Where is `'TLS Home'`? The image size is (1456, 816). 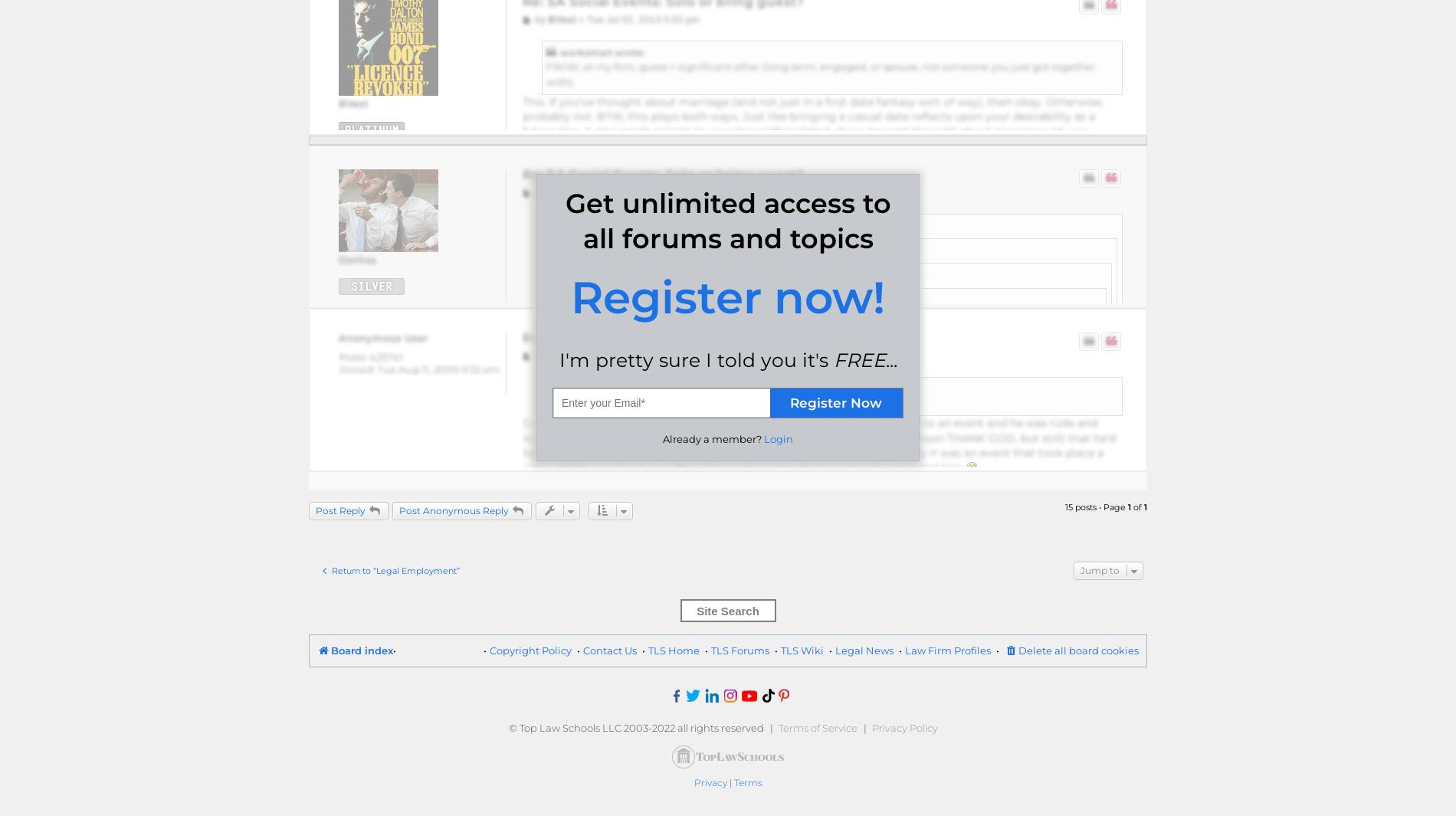 'TLS Home' is located at coordinates (648, 649).